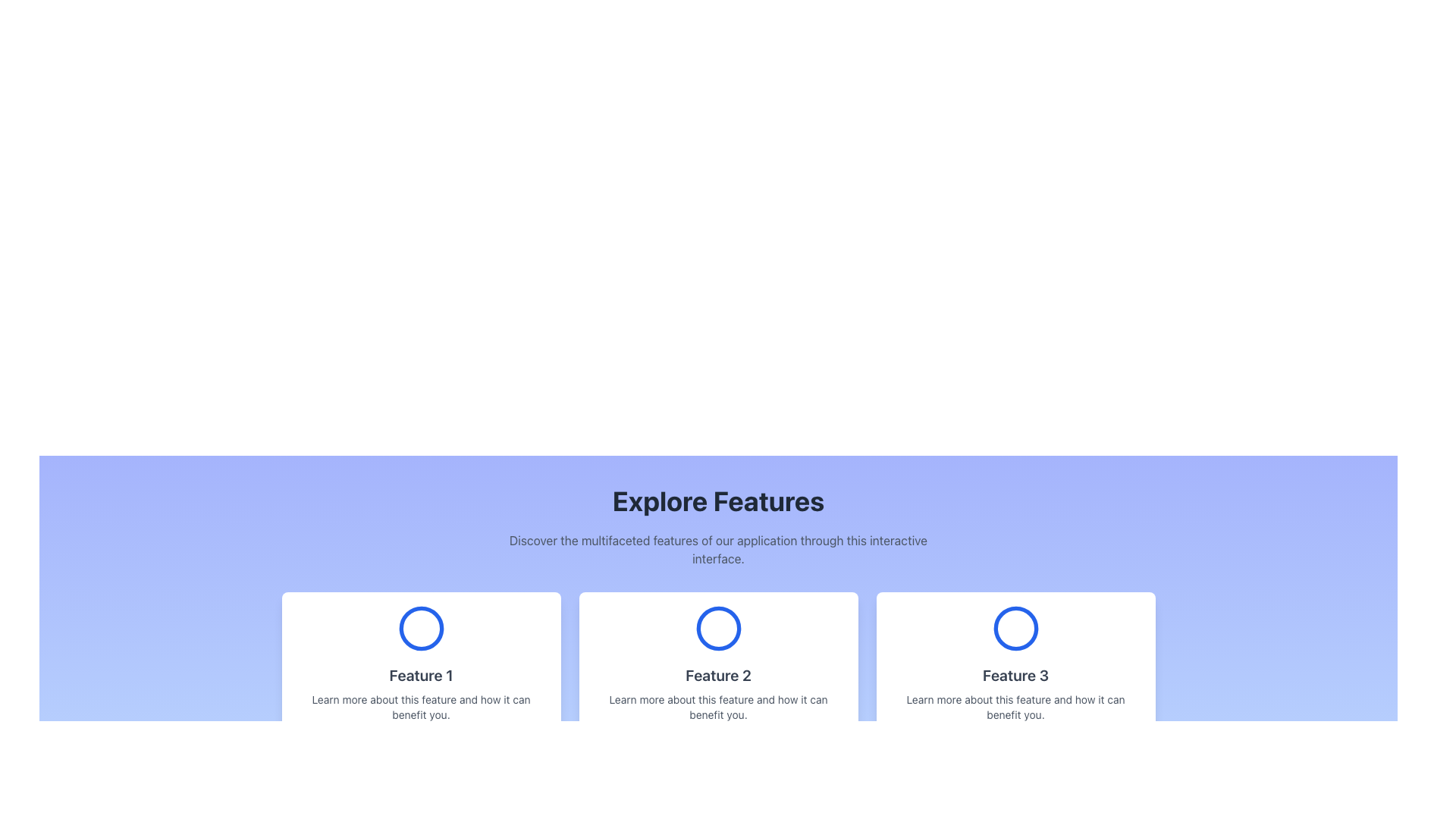 The image size is (1456, 819). What do you see at coordinates (421, 675) in the screenshot?
I see `text of the heading 'Feature 1', which is styled with a bold font and is positioned centrally below an icon in the first card of three in a horizontal layout` at bounding box center [421, 675].